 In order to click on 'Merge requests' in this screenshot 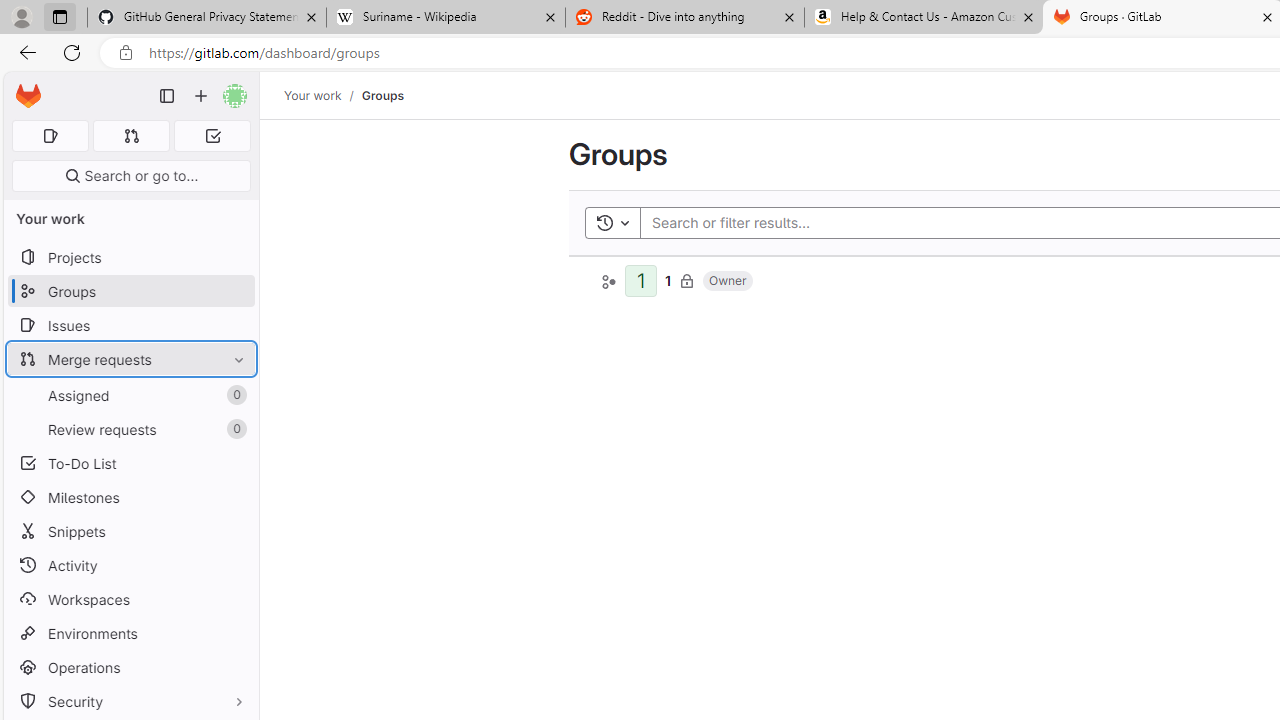, I will do `click(130, 358)`.